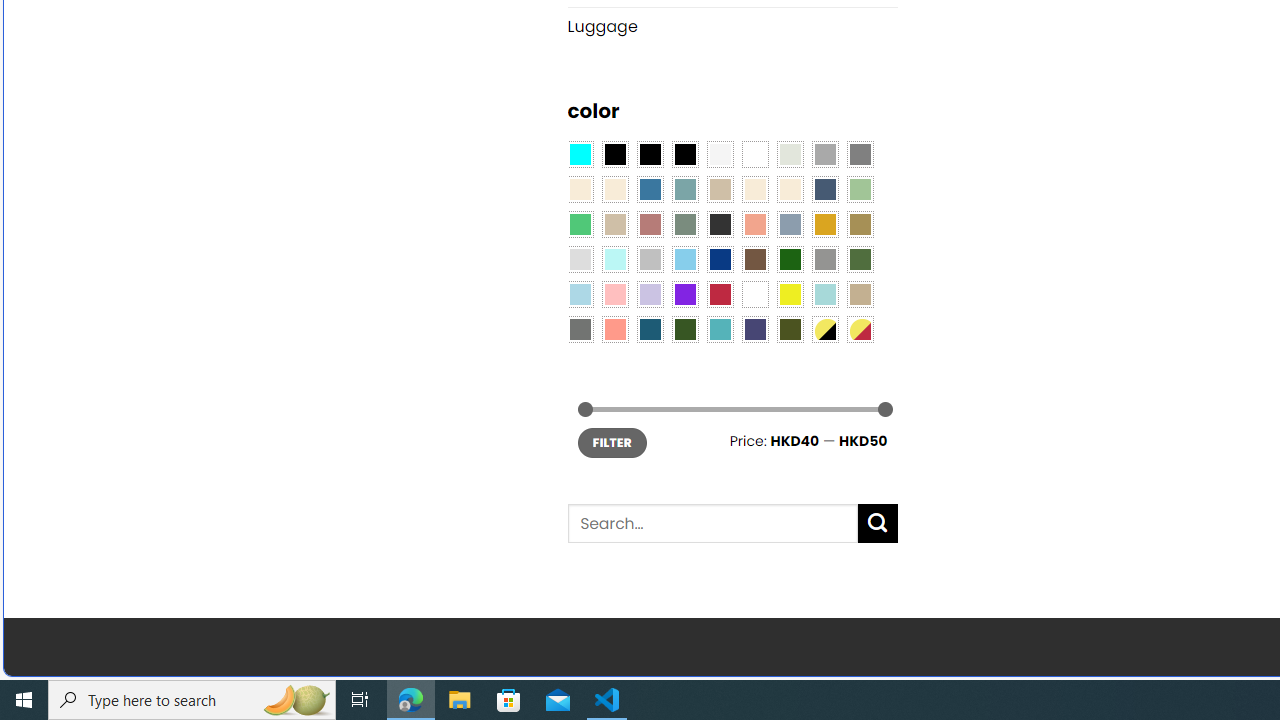 This screenshot has height=720, width=1280. I want to click on 'Emerald Green', so click(578, 225).